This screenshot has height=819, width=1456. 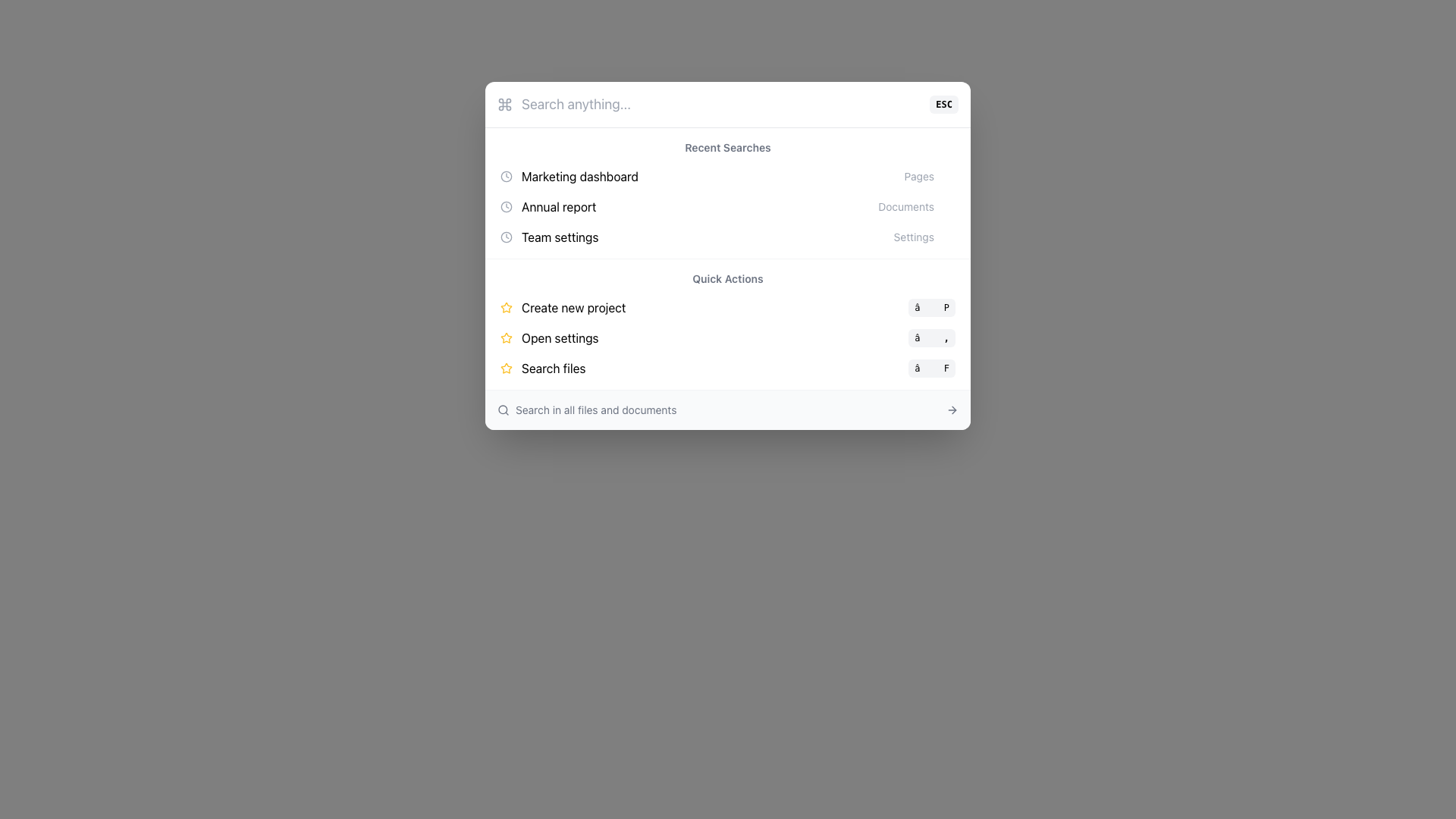 I want to click on the second item in the 'Recent Searches' section, so click(x=728, y=207).